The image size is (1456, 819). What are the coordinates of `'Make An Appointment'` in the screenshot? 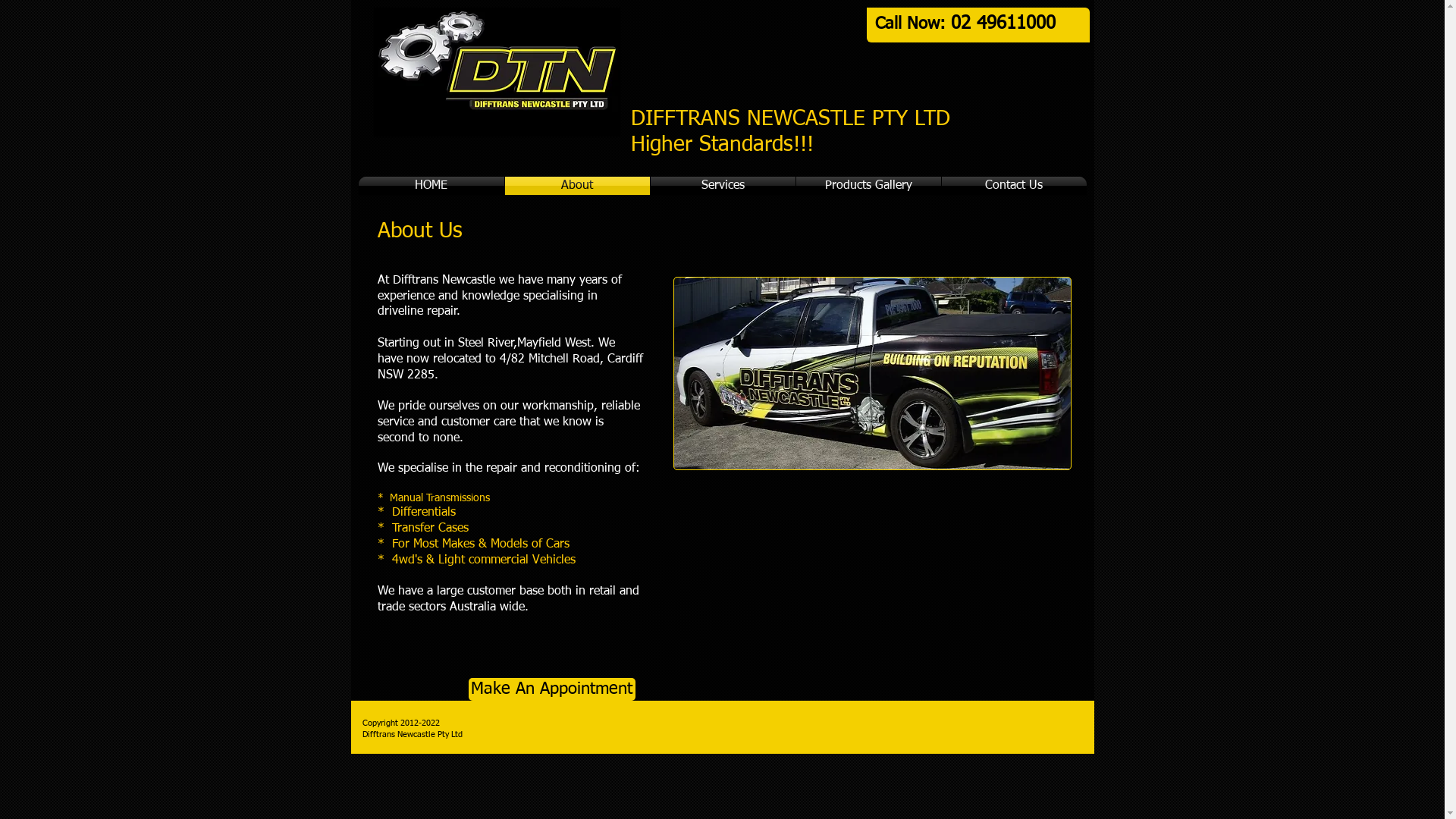 It's located at (551, 689).